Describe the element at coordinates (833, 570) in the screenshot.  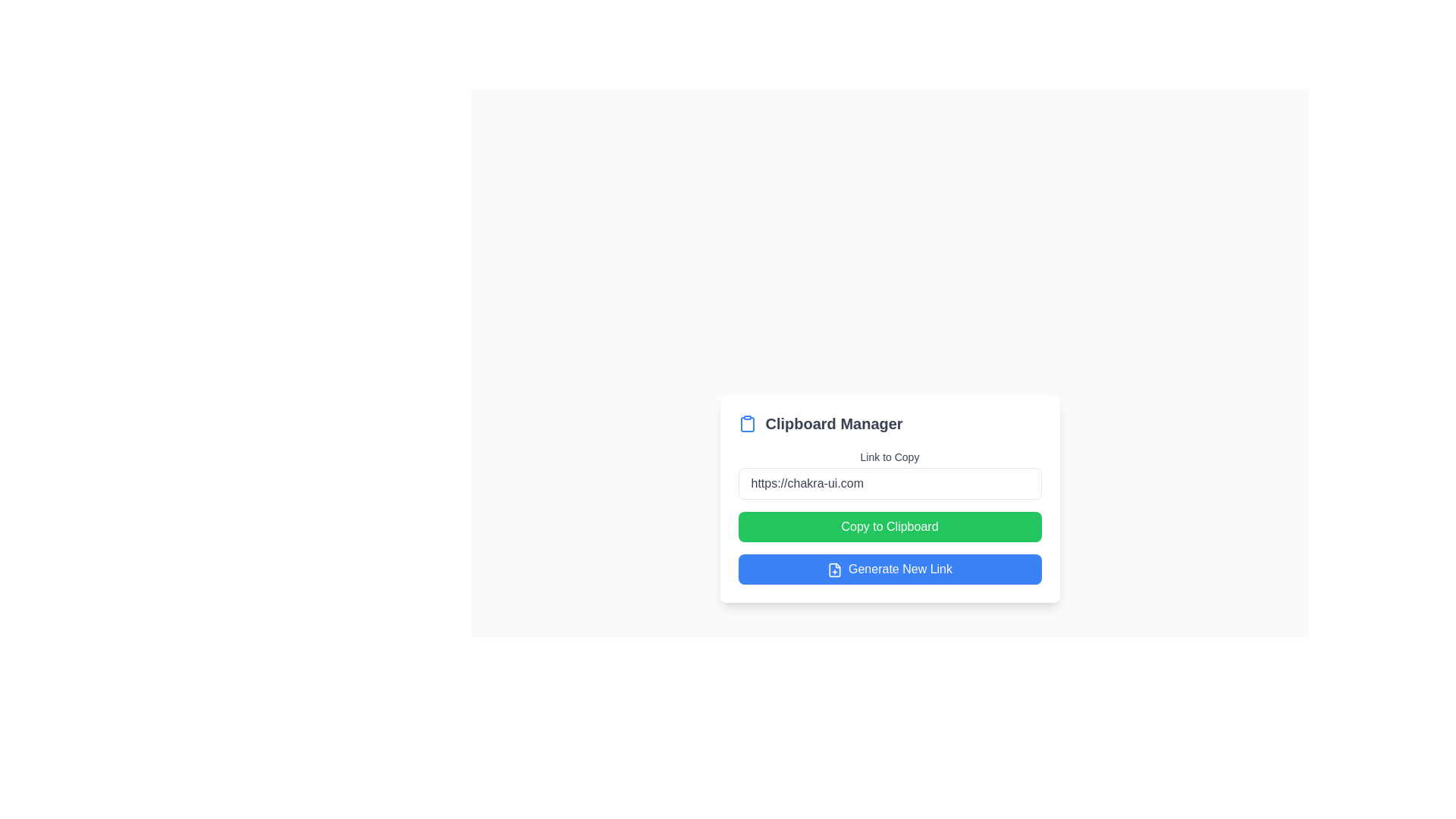
I see `the icon located to the left of the text 'Generate New Link' within the blue rounded button at the bottom of the visible panel` at that location.